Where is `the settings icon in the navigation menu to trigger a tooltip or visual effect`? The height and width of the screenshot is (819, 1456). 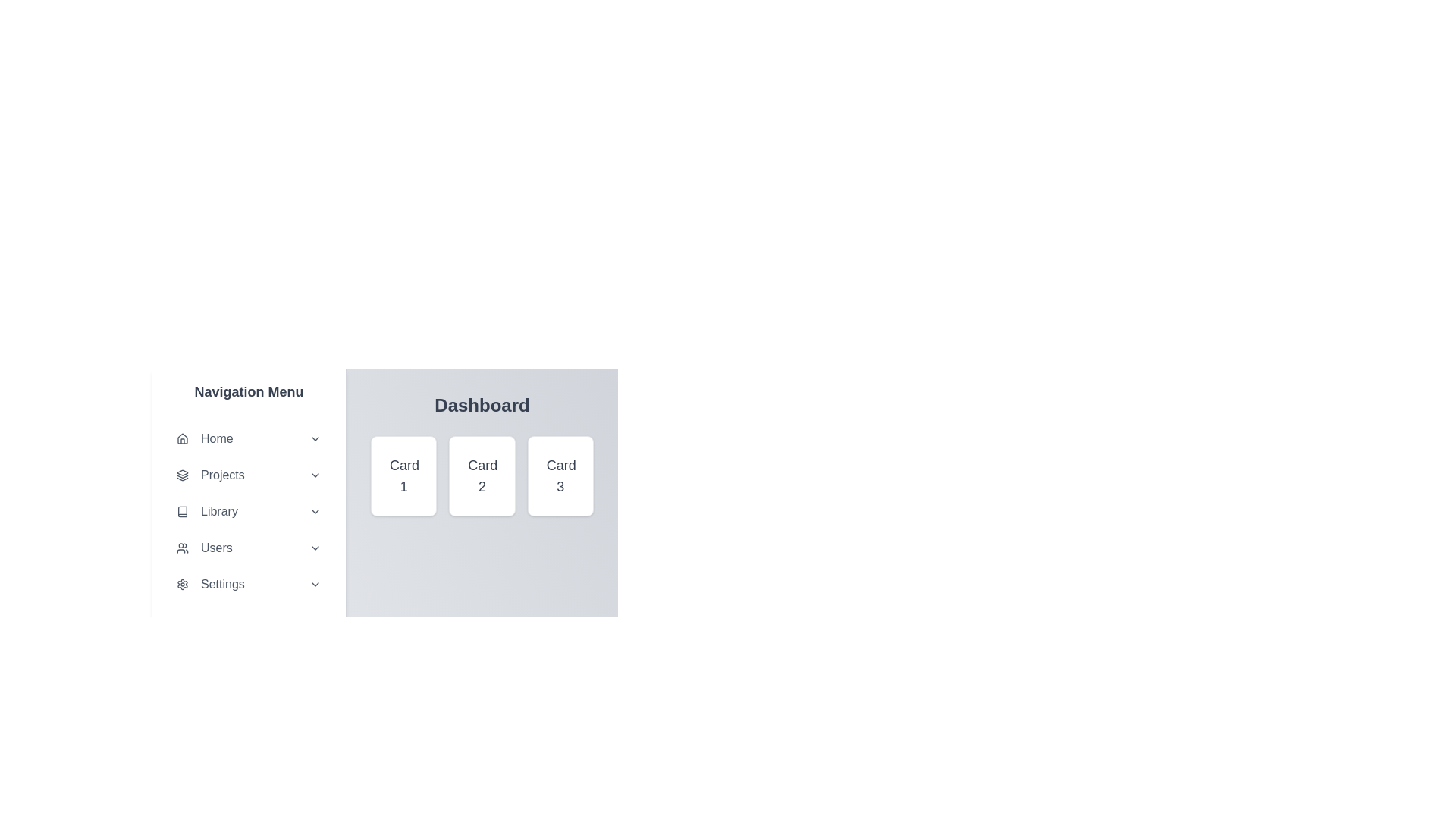 the settings icon in the navigation menu to trigger a tooltip or visual effect is located at coordinates (182, 584).